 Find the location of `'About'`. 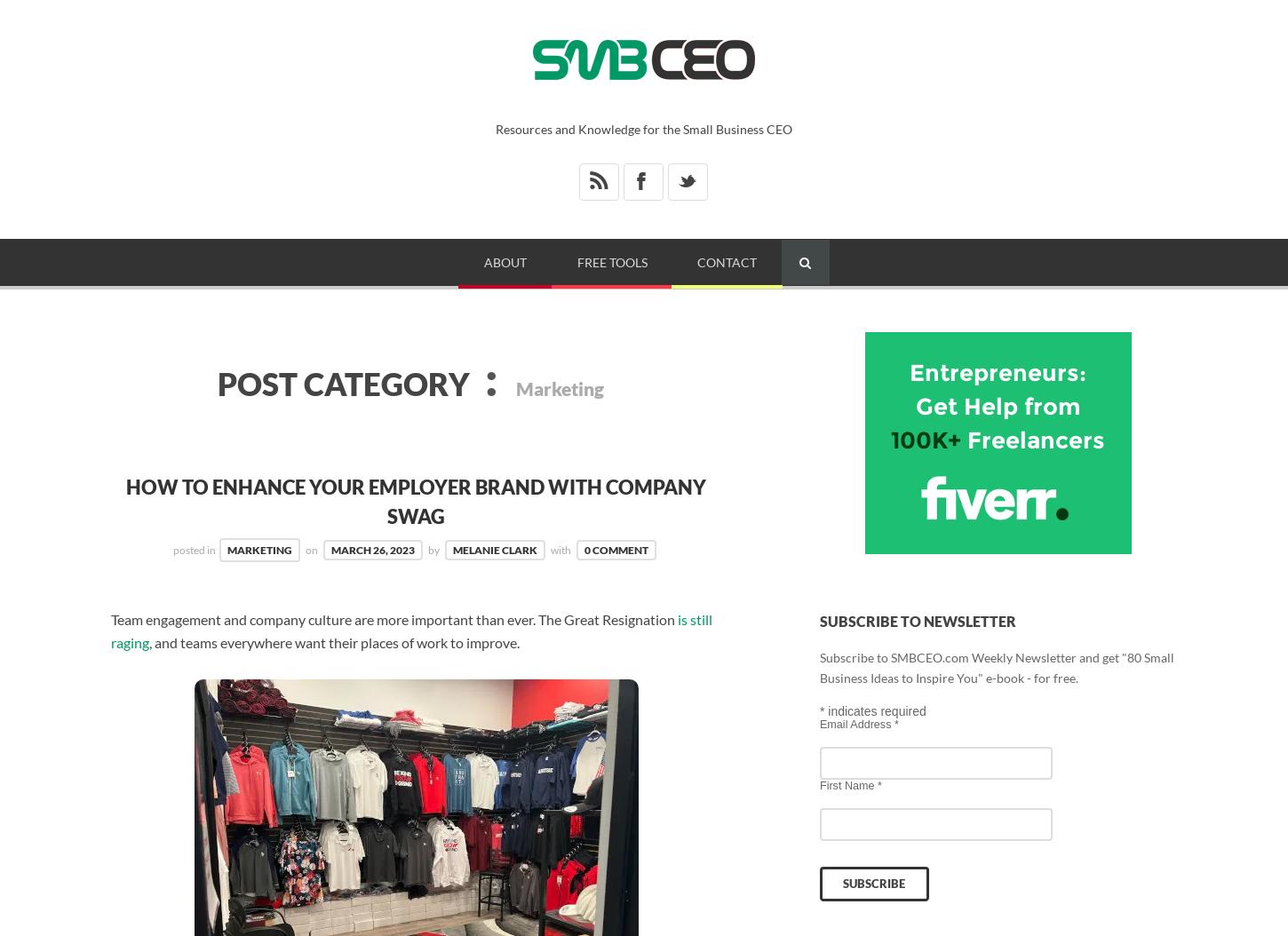

'About' is located at coordinates (504, 260).